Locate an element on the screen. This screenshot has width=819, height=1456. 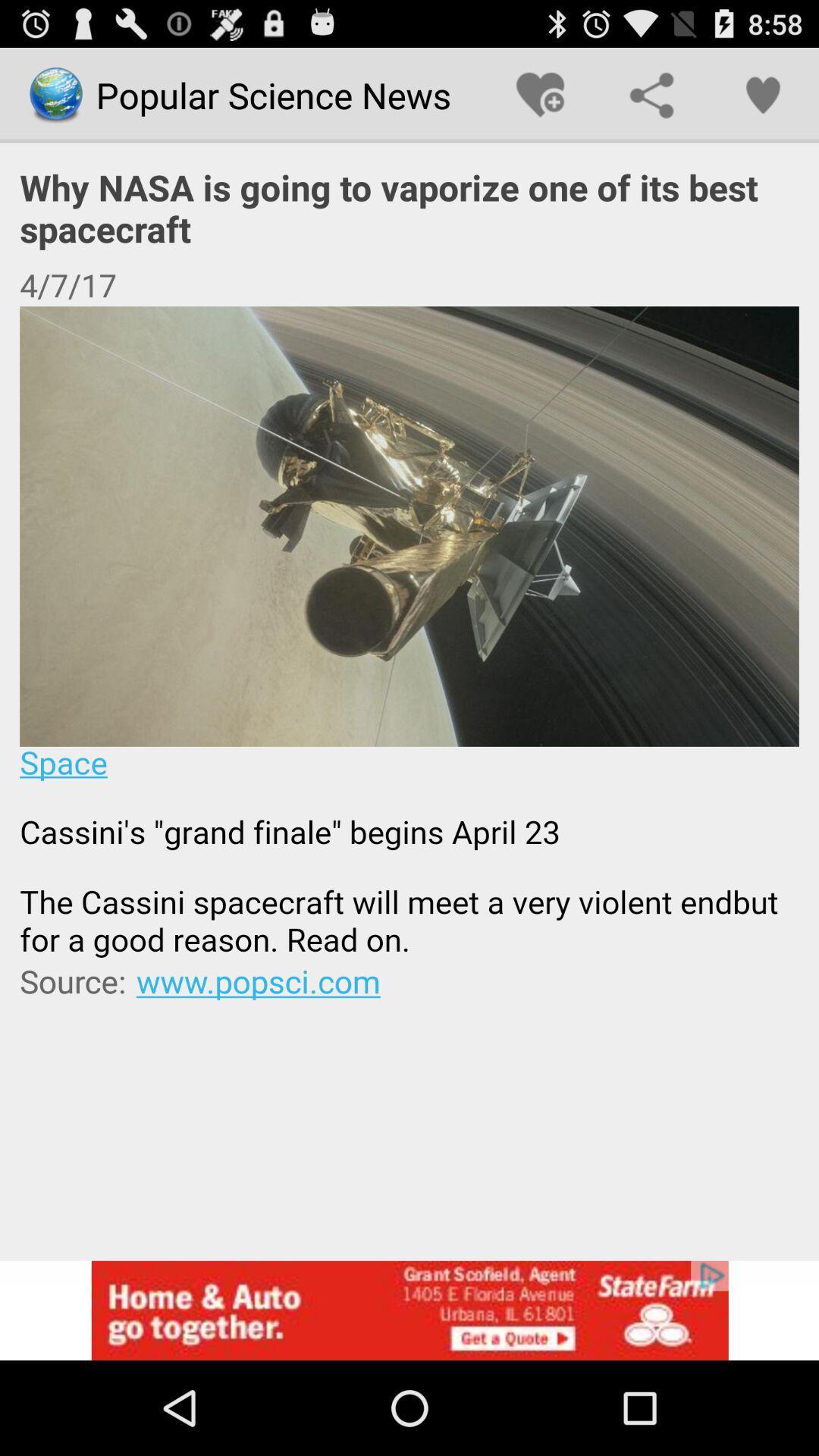
open the article is located at coordinates (409, 632).